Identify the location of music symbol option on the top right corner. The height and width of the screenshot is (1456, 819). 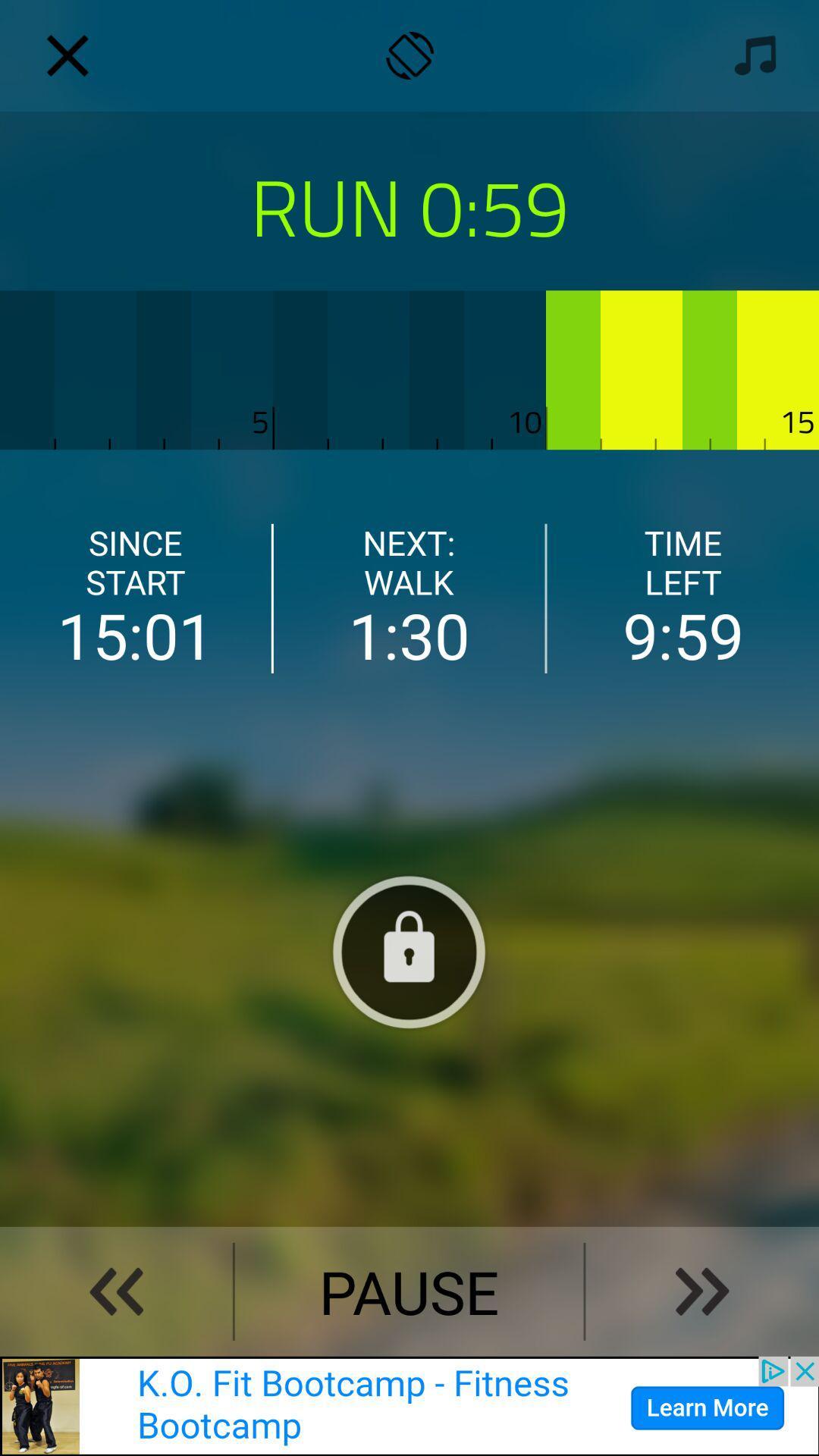
(752, 55).